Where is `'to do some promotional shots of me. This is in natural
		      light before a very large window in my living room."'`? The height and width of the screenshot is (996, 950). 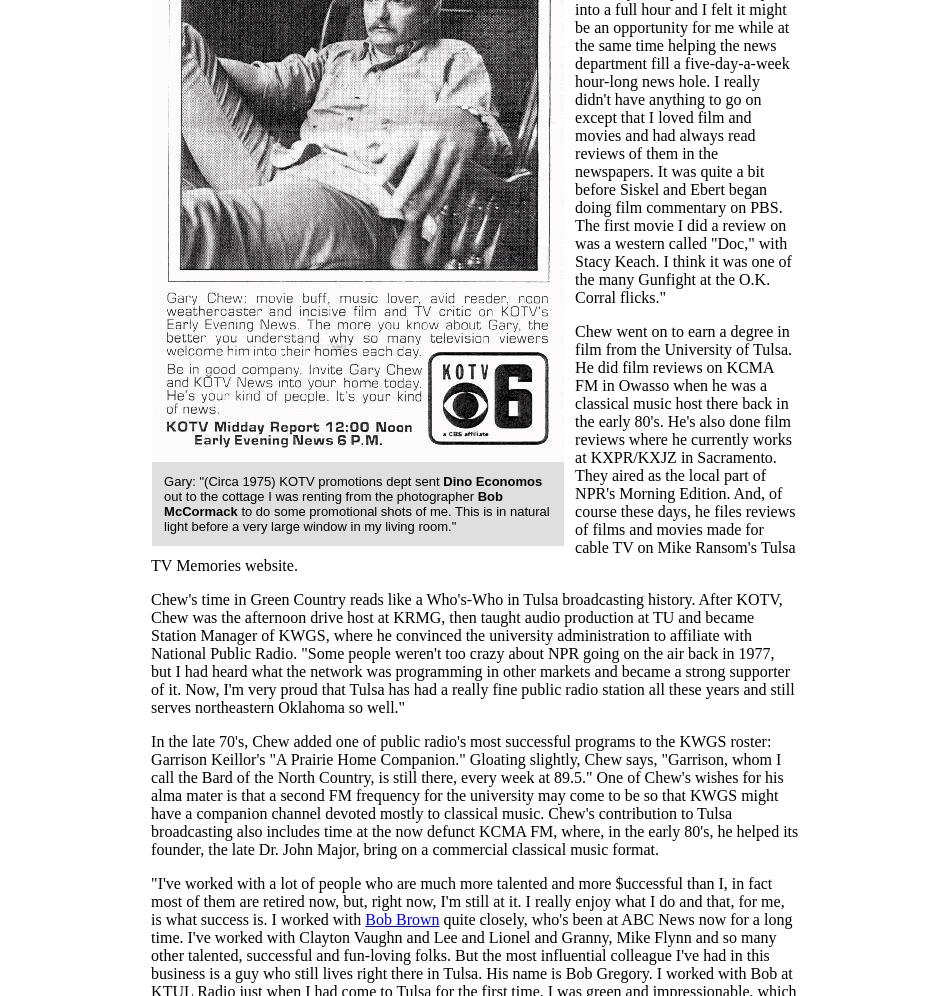 'to do some promotional shots of me. This is in natural
		      light before a very large window in my living room."' is located at coordinates (355, 519).